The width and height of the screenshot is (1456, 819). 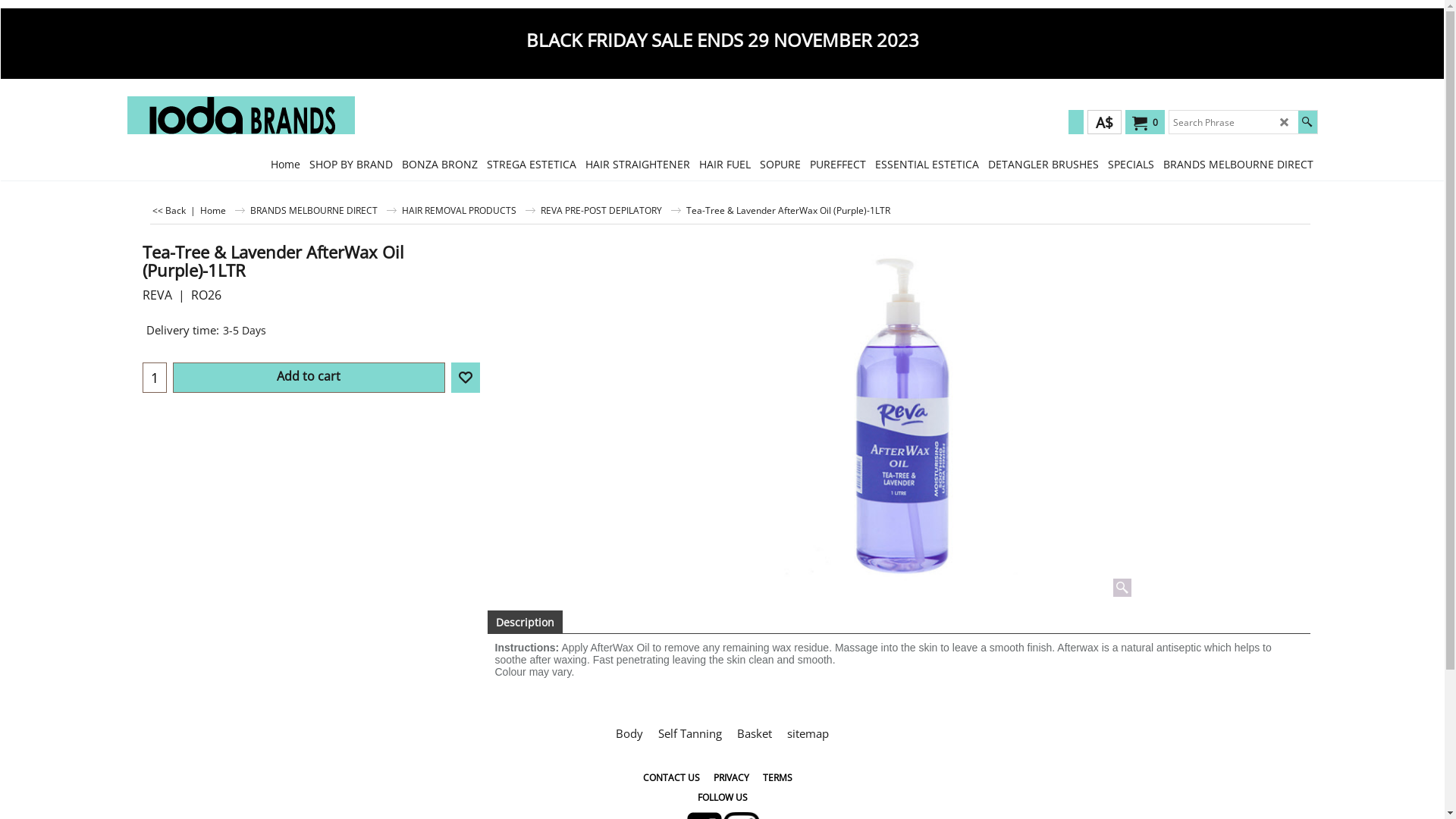 I want to click on 'BRANDS MELBOURNE DIRECT', so click(x=322, y=210).